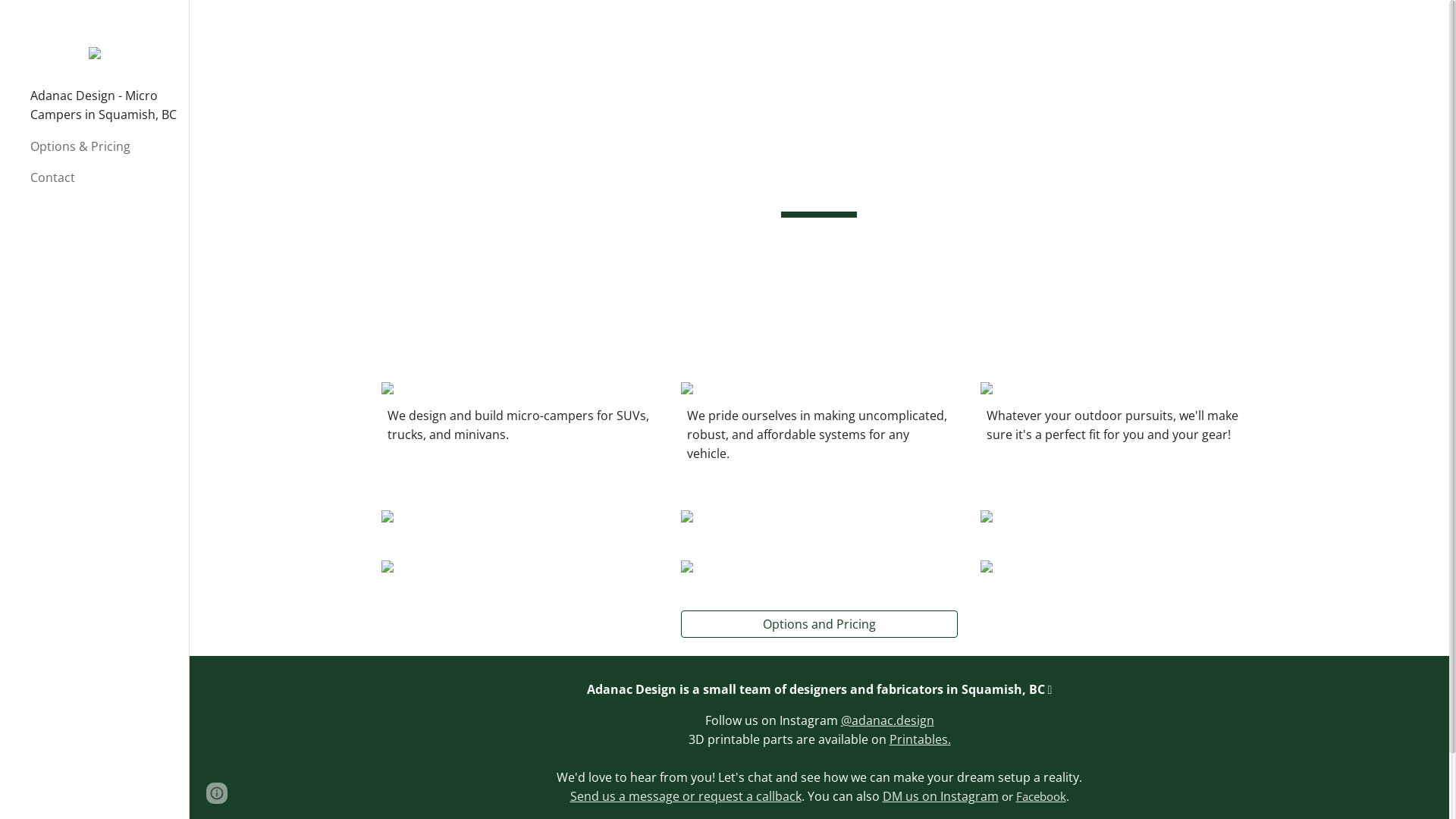 This screenshot has width=1456, height=819. What do you see at coordinates (27, 146) in the screenshot?
I see `'Options & Pricing'` at bounding box center [27, 146].